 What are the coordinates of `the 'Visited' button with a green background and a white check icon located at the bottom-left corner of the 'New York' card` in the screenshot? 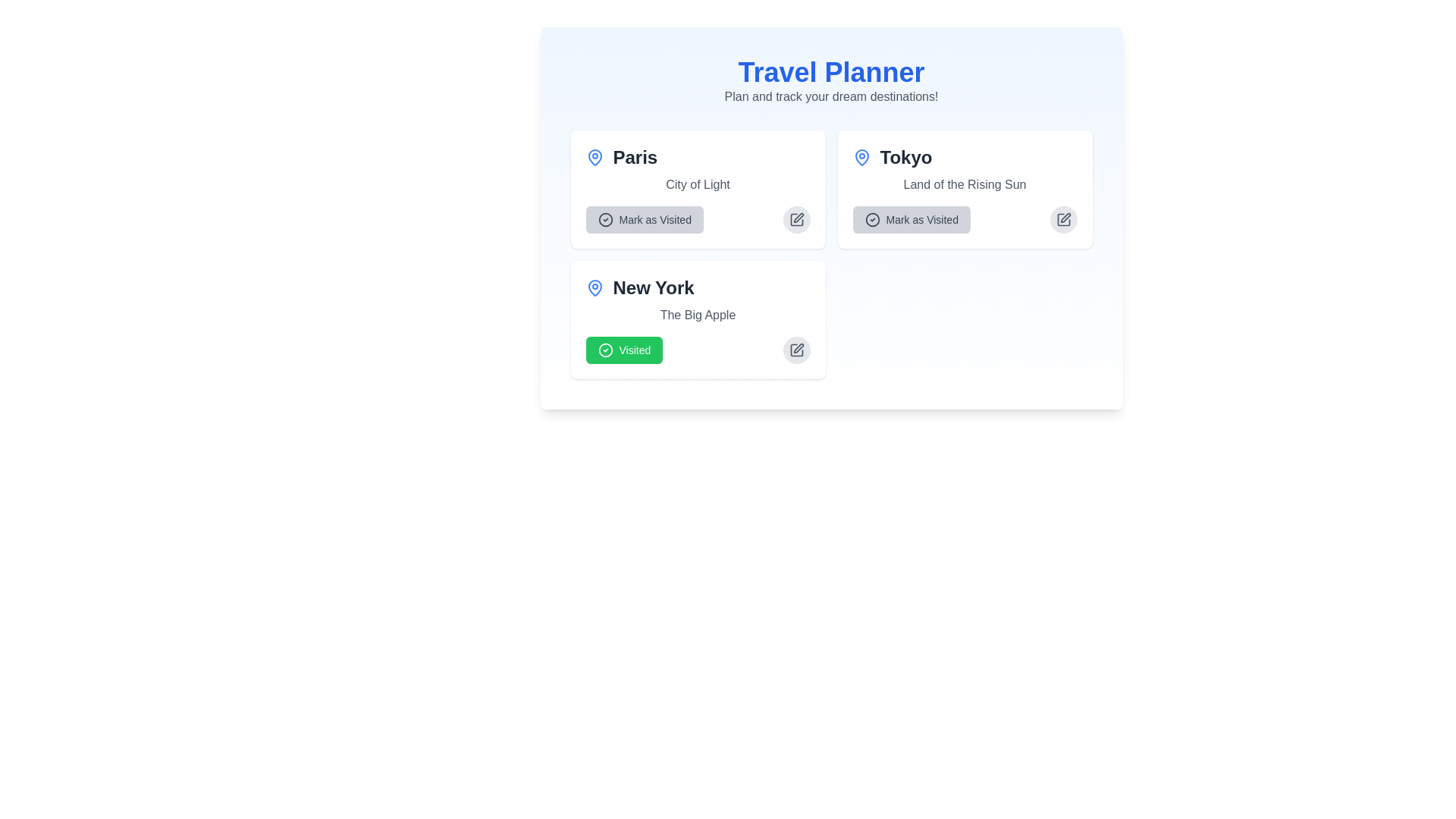 It's located at (624, 350).